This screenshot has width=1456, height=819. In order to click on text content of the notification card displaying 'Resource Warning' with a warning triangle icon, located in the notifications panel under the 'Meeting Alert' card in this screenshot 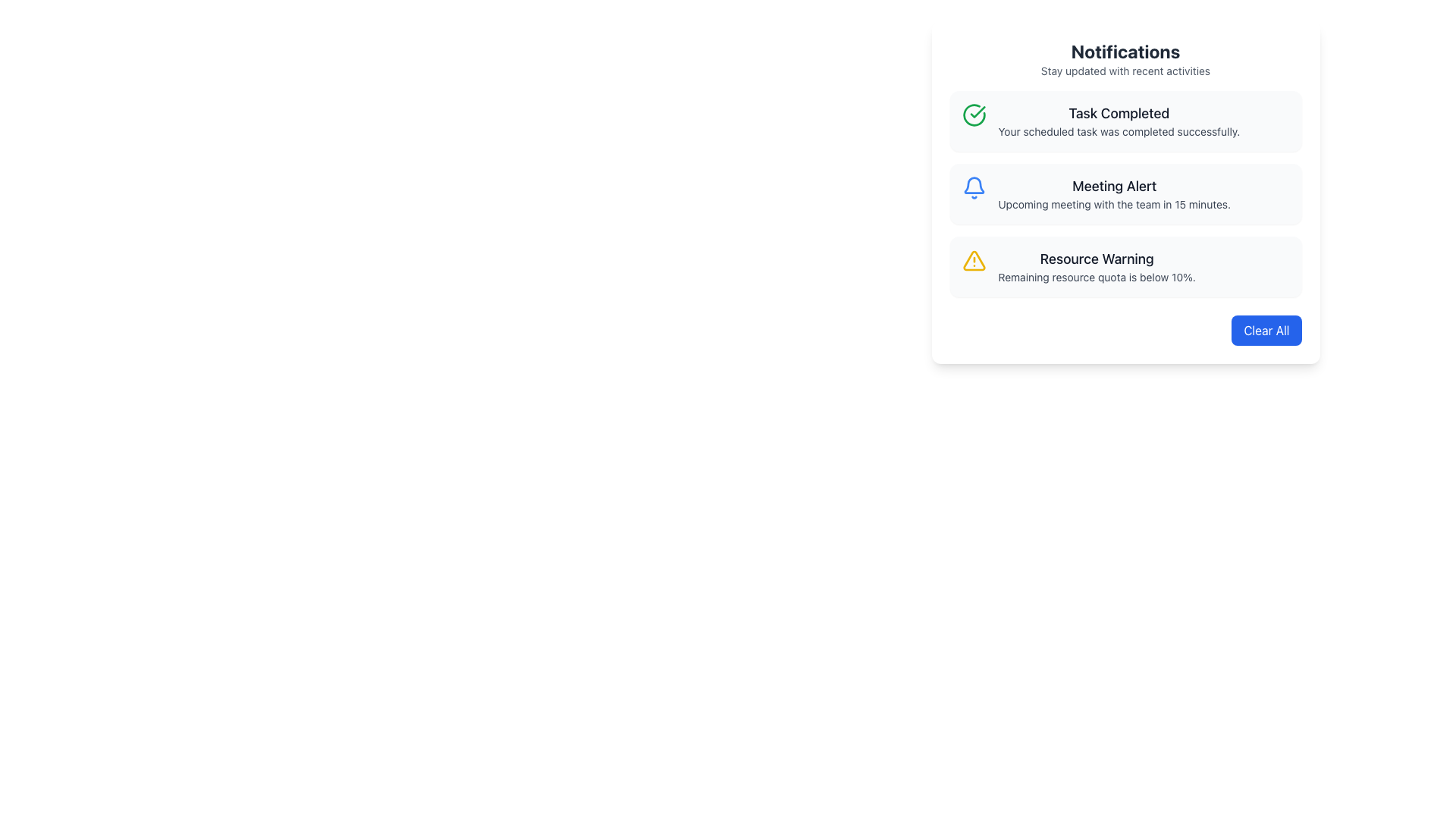, I will do `click(1125, 265)`.